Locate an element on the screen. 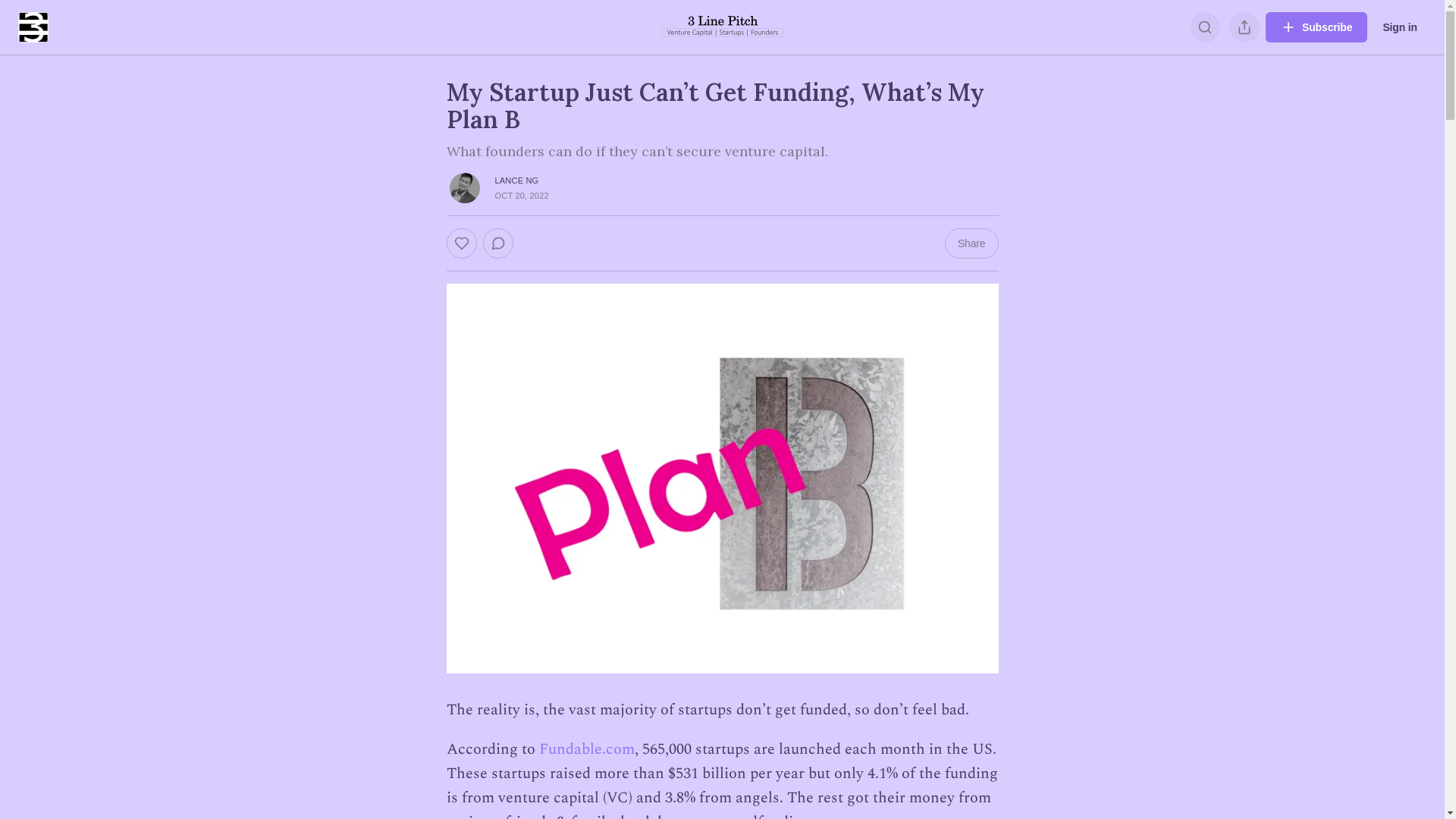 The height and width of the screenshot is (819, 1456). 'Share' is located at coordinates (944, 242).